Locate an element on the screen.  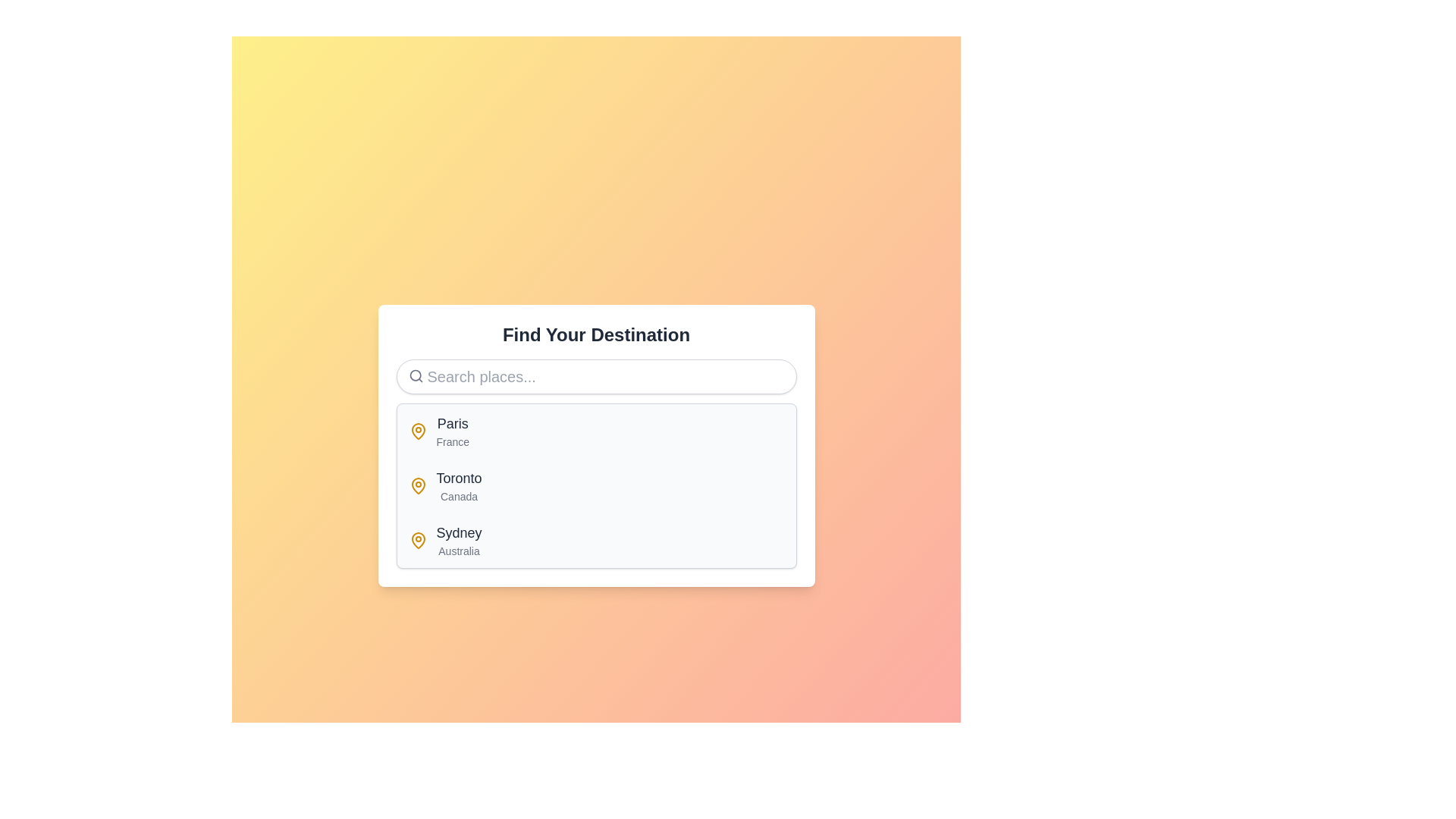
the 'Toronto, Canada' list item is located at coordinates (595, 485).